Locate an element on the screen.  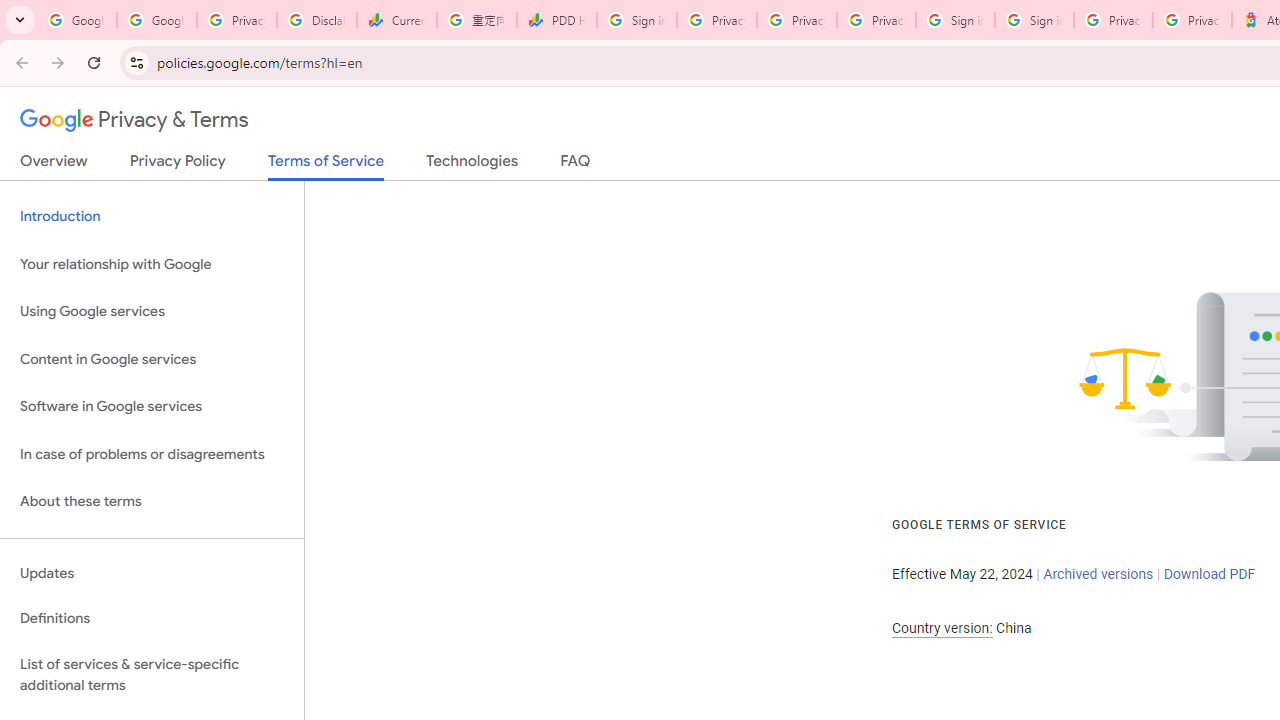
'About these terms' is located at coordinates (151, 501).